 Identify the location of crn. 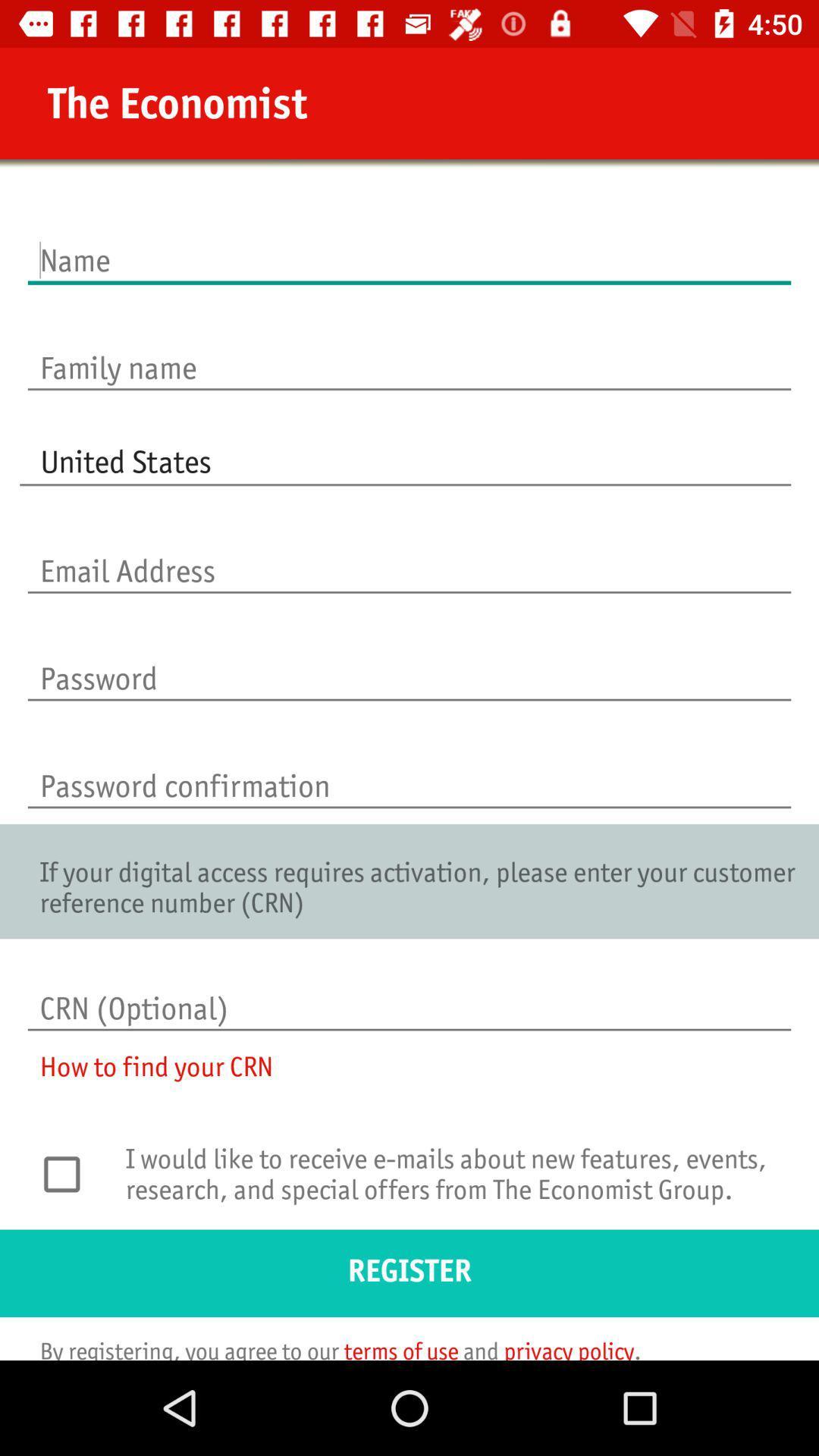
(409, 993).